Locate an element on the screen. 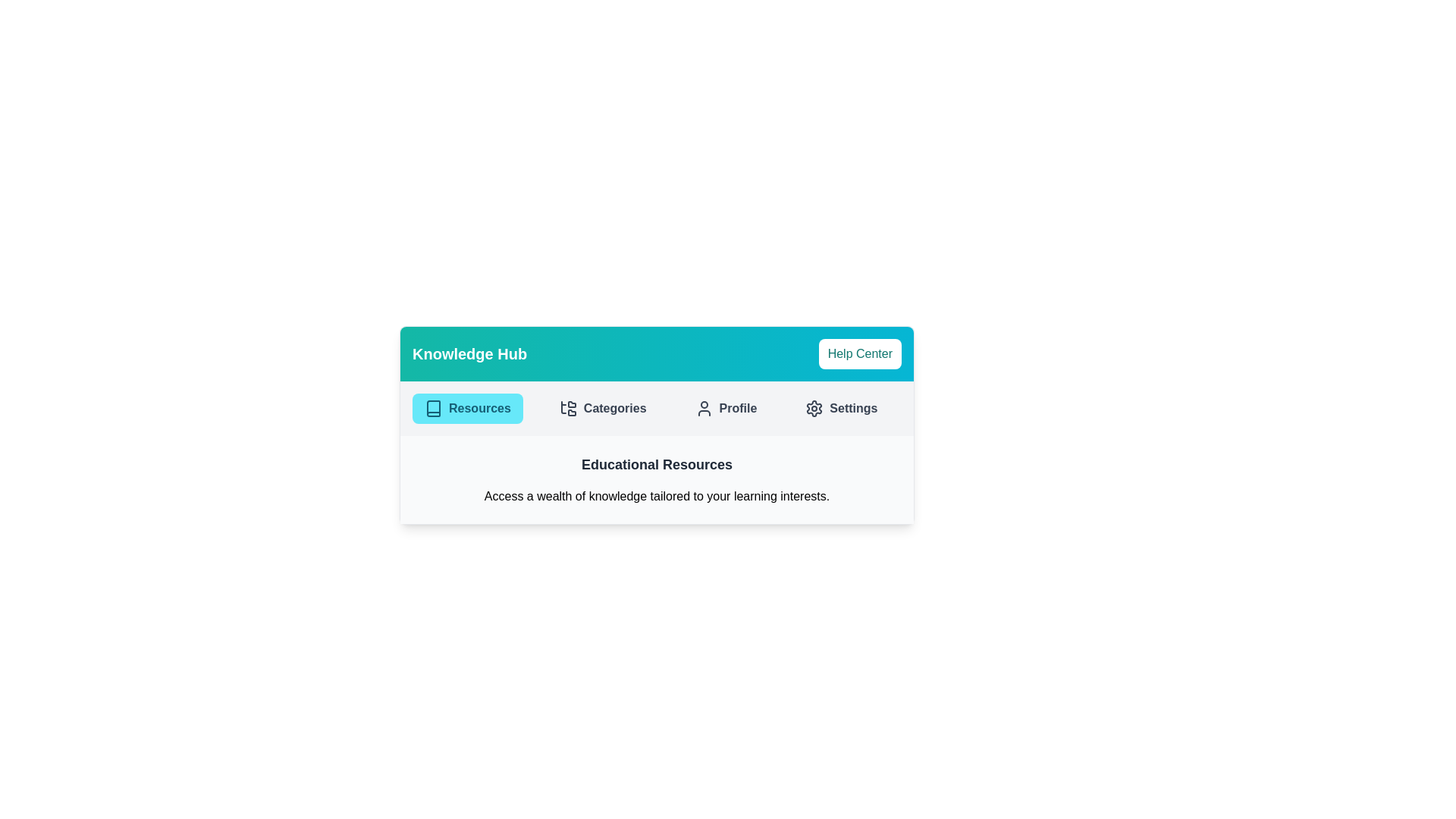 Image resolution: width=1456 pixels, height=819 pixels. the 'Categories' text label is located at coordinates (615, 408).